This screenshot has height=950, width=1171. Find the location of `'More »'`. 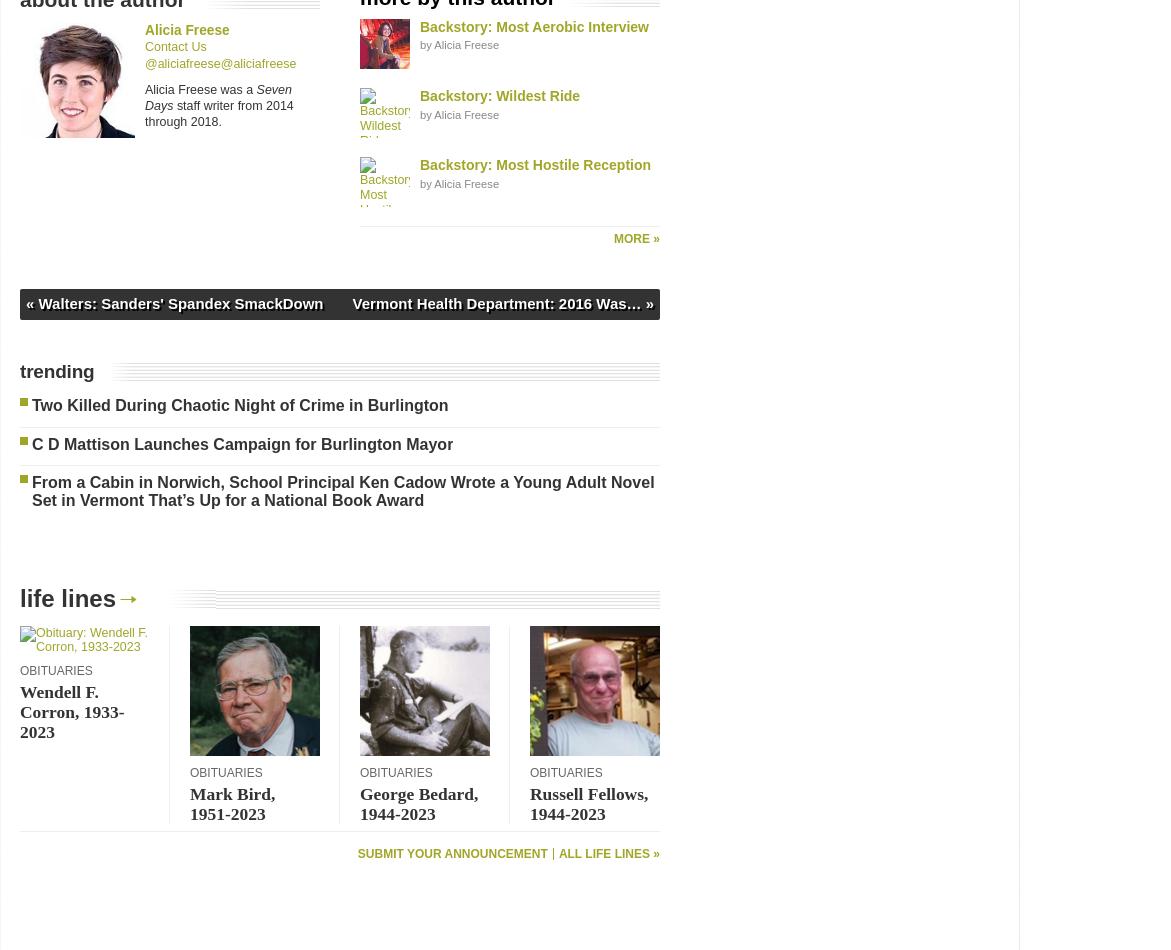

'More »' is located at coordinates (635, 237).